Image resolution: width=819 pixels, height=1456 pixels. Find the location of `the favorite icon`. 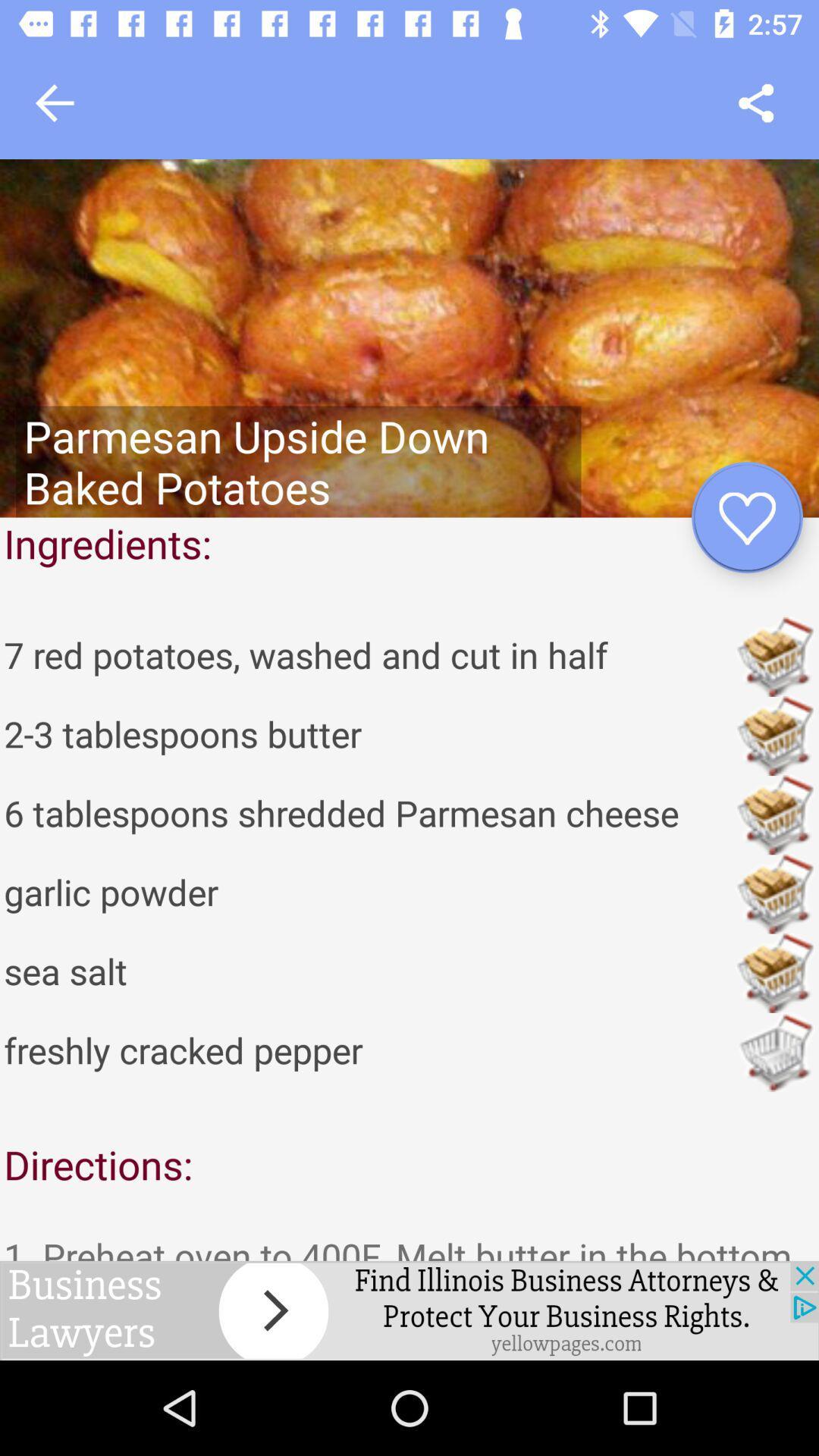

the favorite icon is located at coordinates (746, 517).